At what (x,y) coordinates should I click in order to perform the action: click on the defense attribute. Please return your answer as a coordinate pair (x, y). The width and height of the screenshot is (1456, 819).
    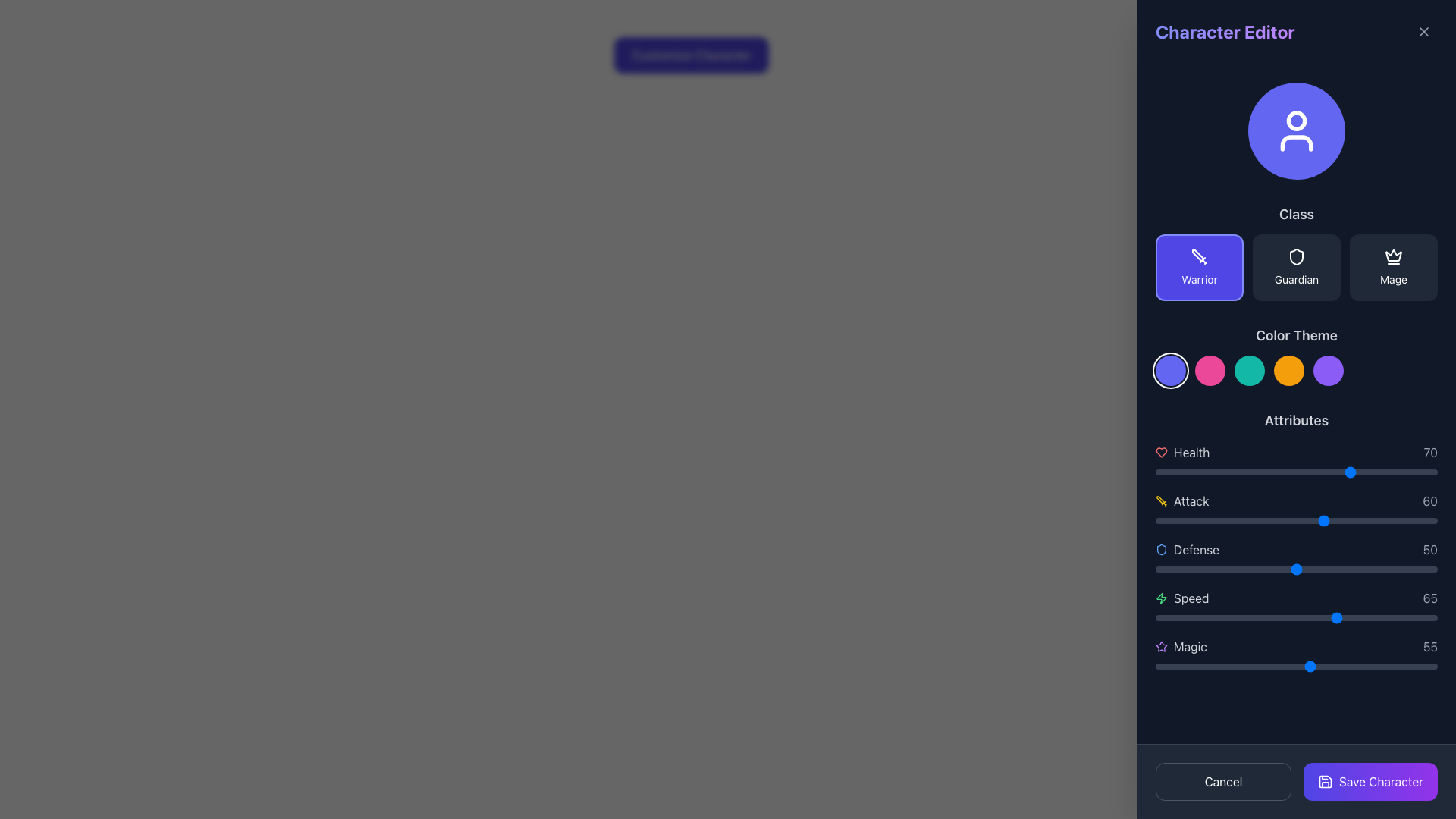
    Looking at the image, I should click on (1295, 570).